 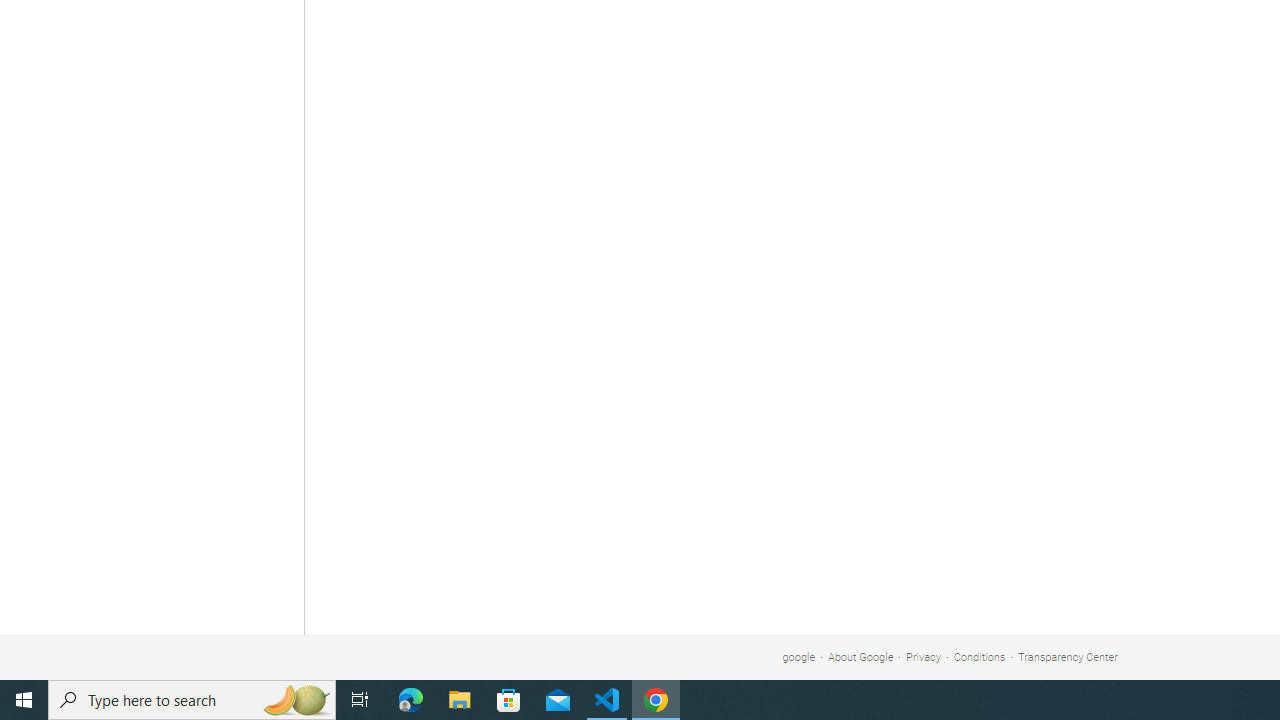 What do you see at coordinates (509, 698) in the screenshot?
I see `'Microsoft Store'` at bounding box center [509, 698].